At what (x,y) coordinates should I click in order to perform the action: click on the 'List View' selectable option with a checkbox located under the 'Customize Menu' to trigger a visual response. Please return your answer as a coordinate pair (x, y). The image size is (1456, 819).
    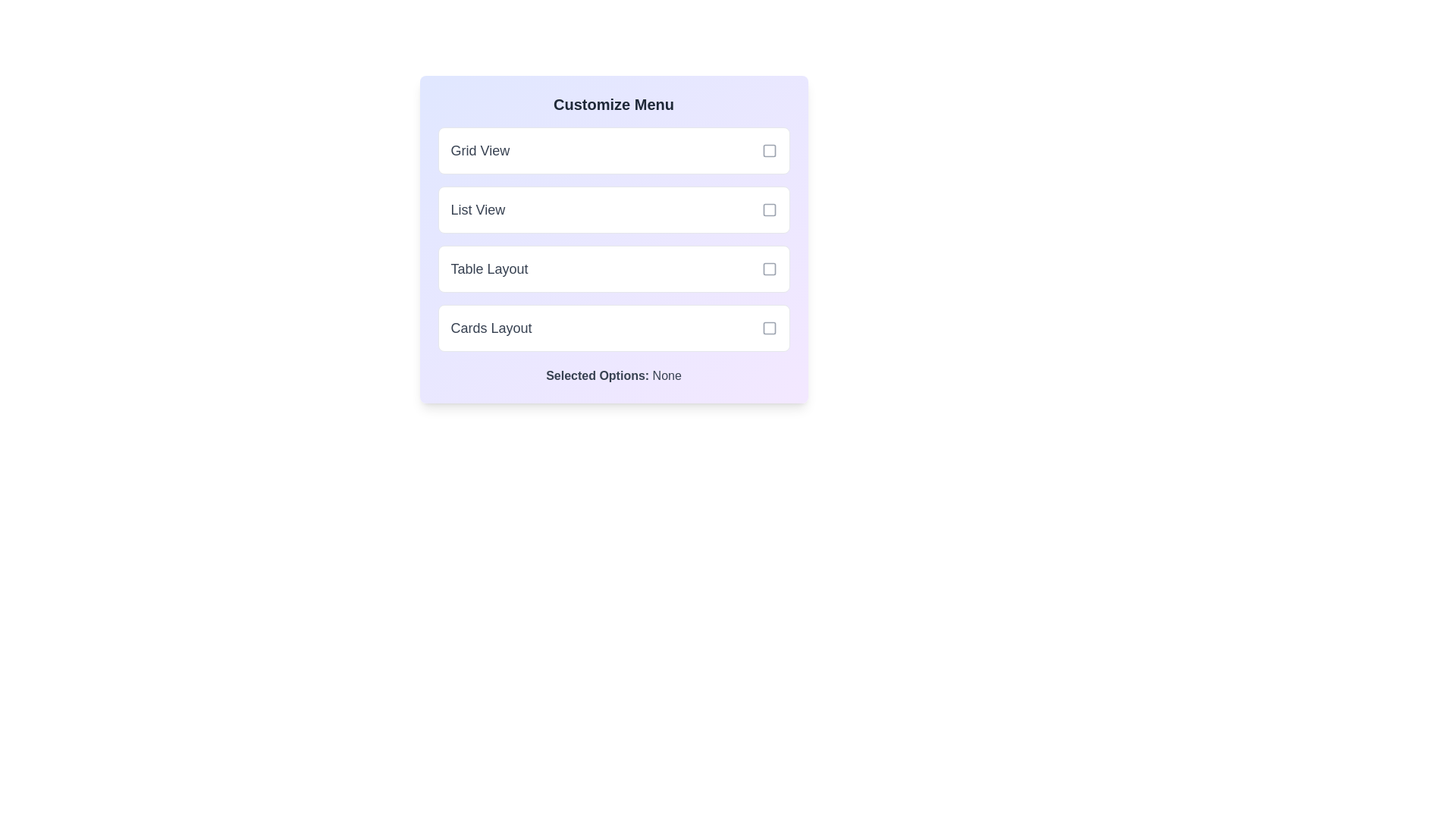
    Looking at the image, I should click on (613, 210).